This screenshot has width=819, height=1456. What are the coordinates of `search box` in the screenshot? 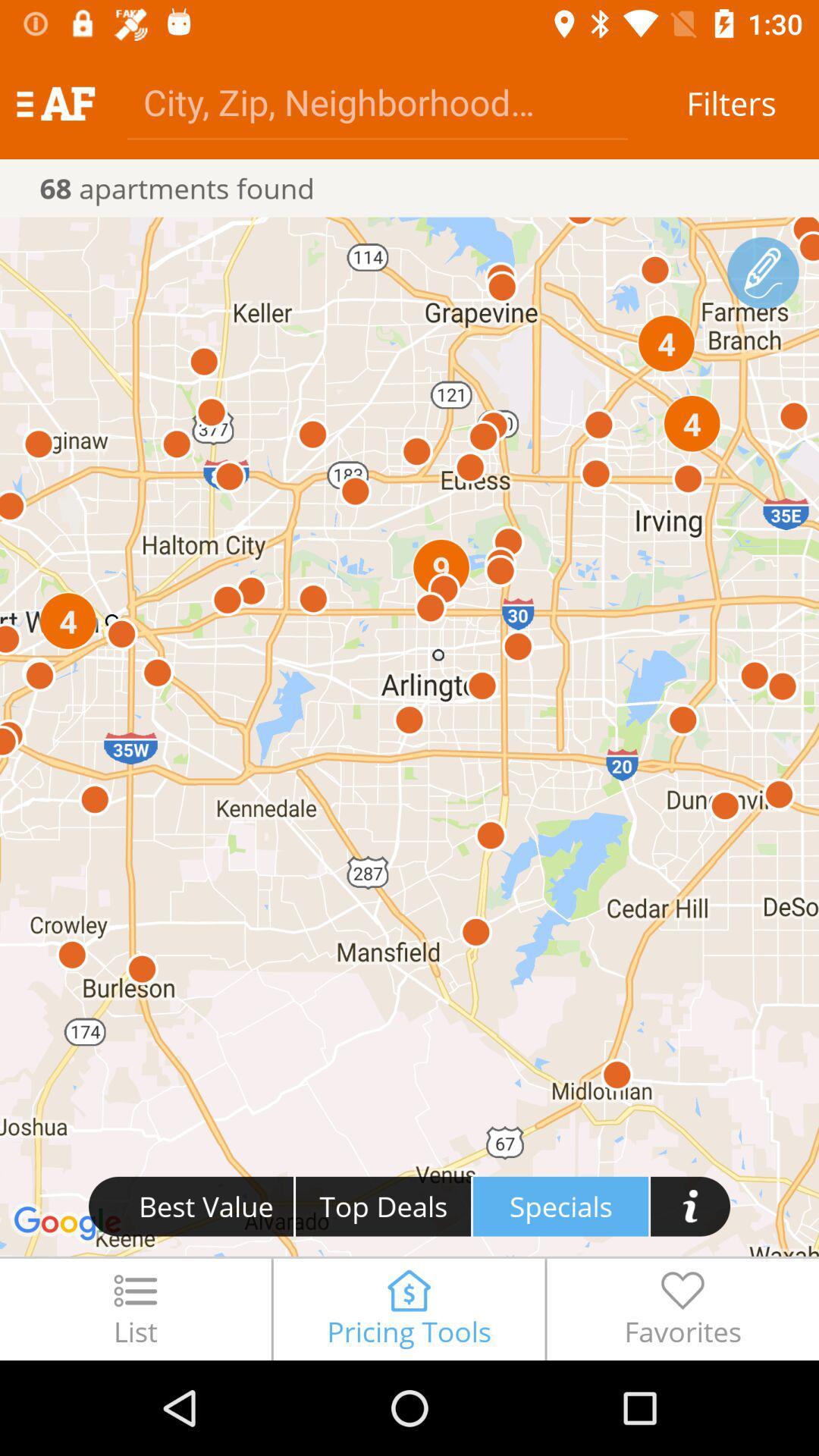 It's located at (376, 101).